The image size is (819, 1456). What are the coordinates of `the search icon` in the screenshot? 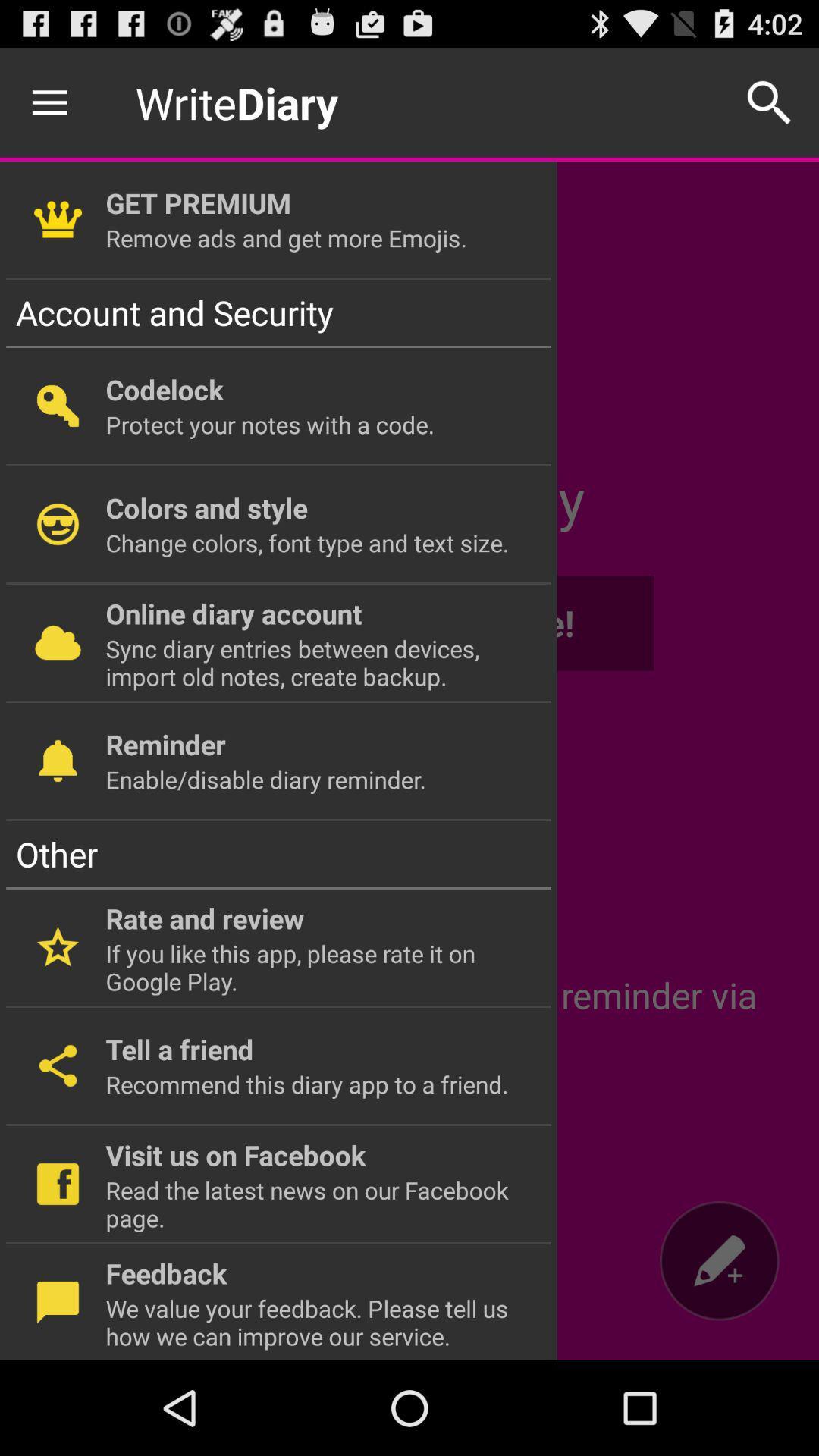 It's located at (769, 108).